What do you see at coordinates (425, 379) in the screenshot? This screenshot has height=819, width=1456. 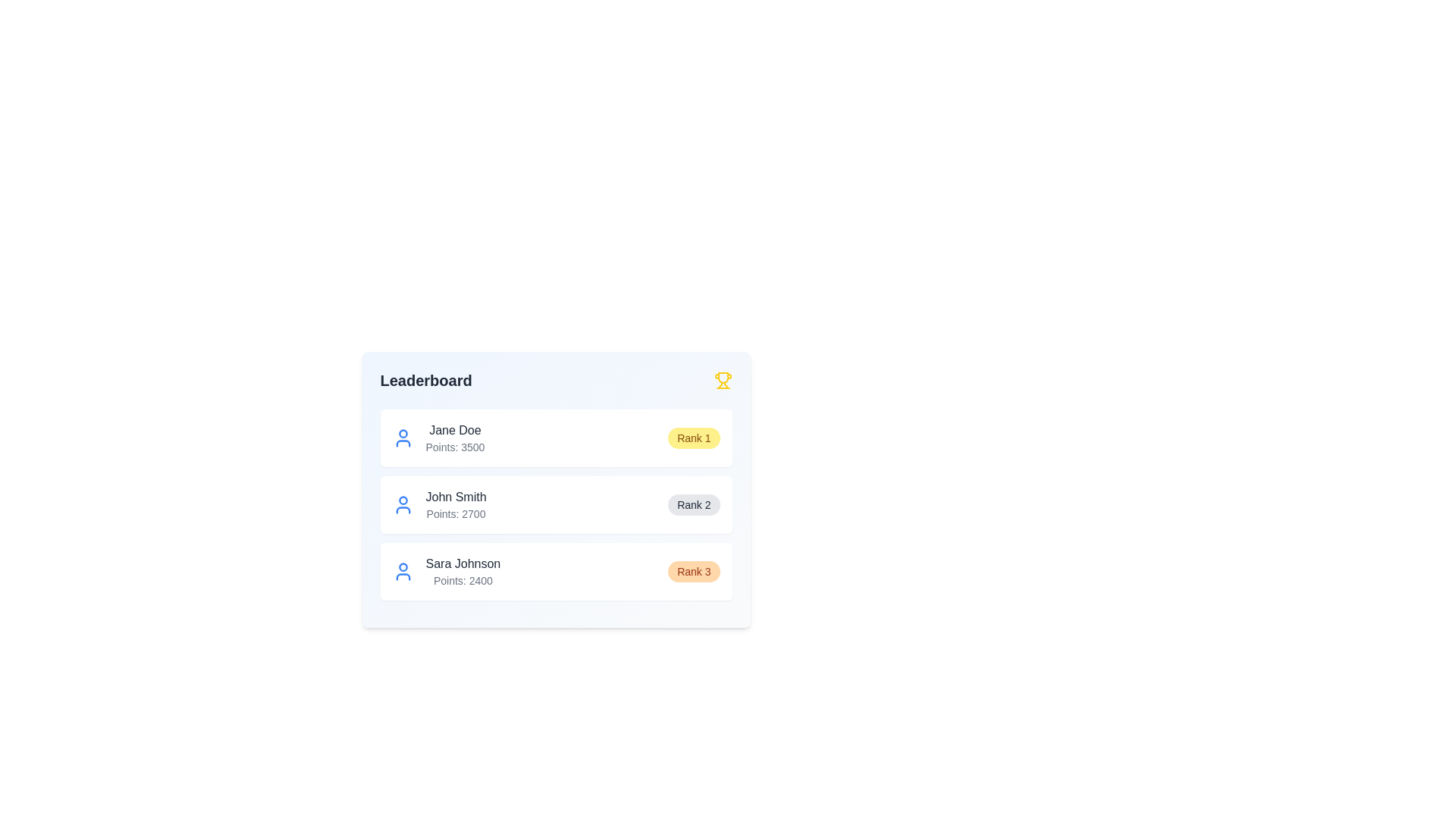 I see `the 'Leaderboard' text element, which is displayed in bold dark font at the top-left corner of the leaderboard card UI` at bounding box center [425, 379].